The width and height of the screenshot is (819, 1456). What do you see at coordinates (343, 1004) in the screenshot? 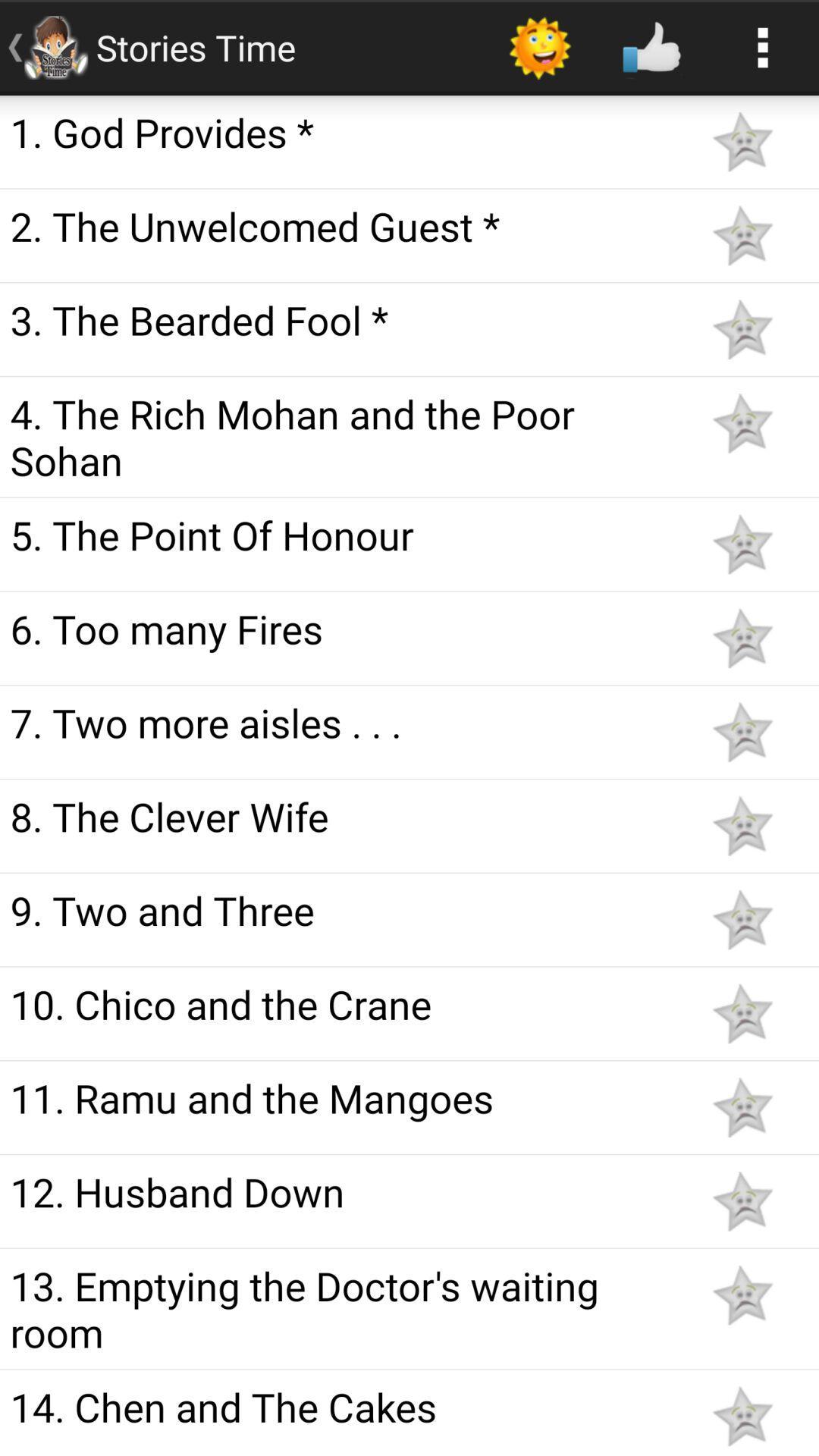
I see `item above 11 ramu and item` at bounding box center [343, 1004].